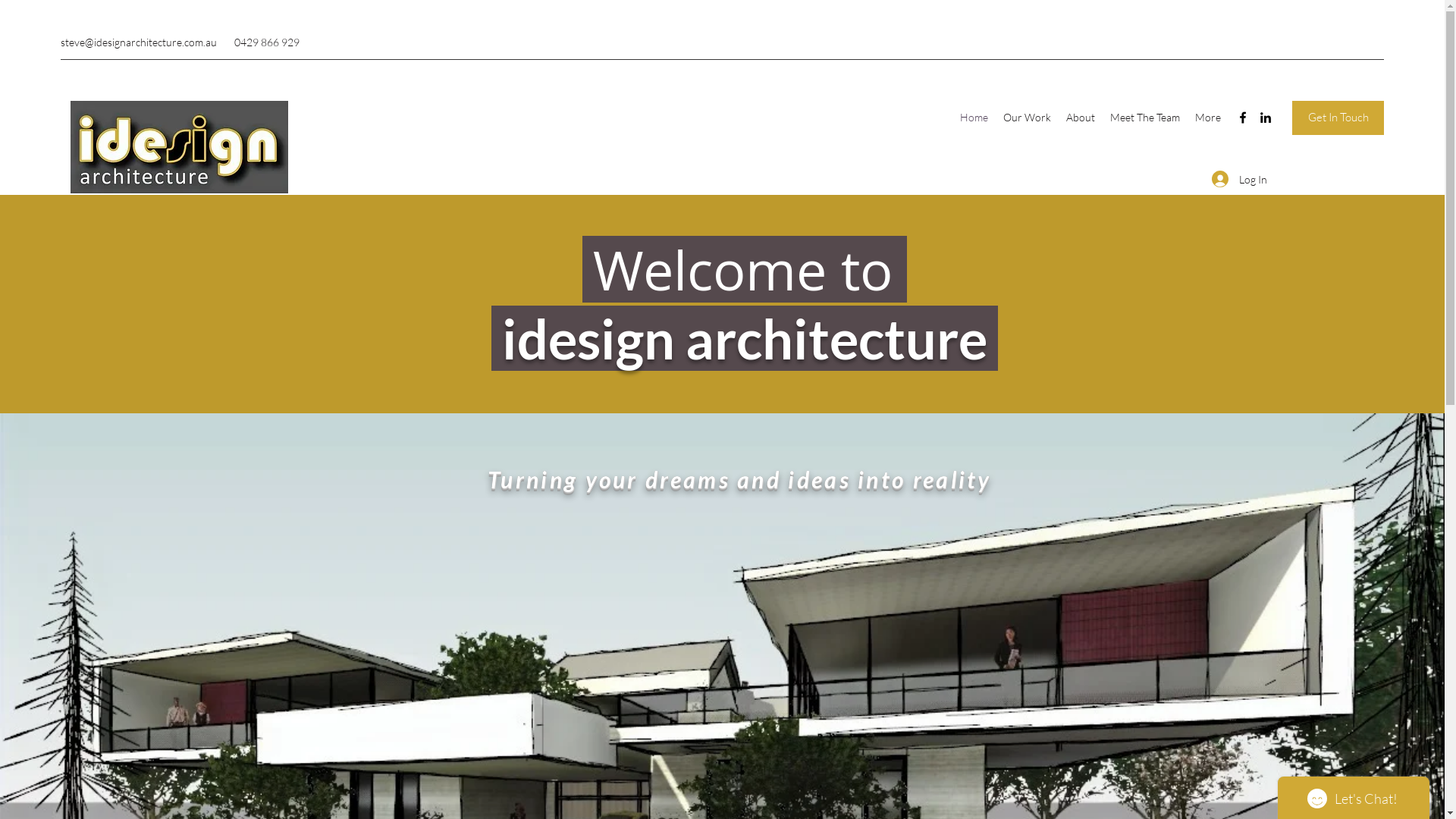 Image resolution: width=1456 pixels, height=819 pixels. Describe the element at coordinates (996, 116) in the screenshot. I see `'Our Work'` at that location.